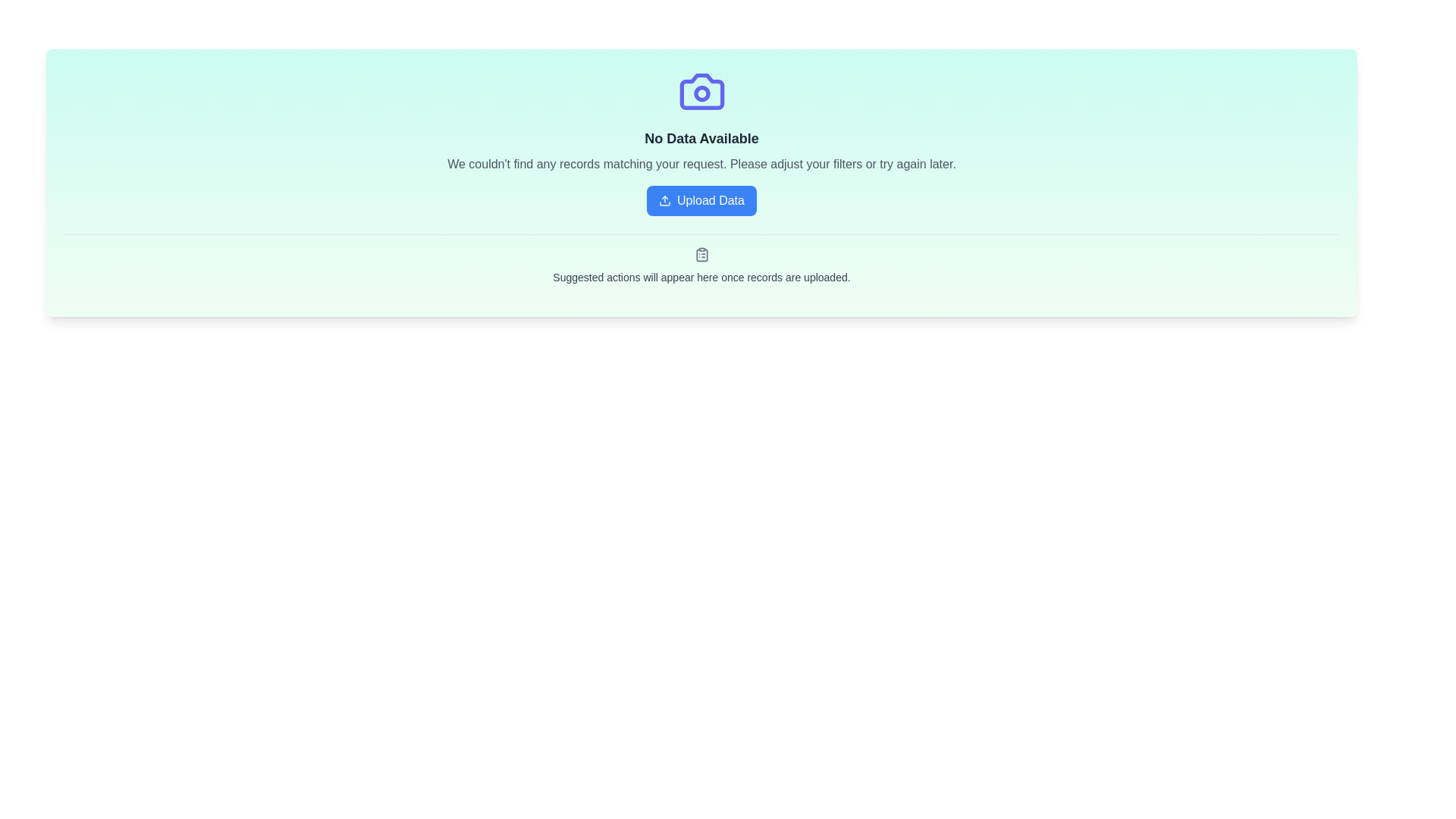 The height and width of the screenshot is (819, 1456). What do you see at coordinates (701, 253) in the screenshot?
I see `the small clipboard icon, which is light gray and rounded, located above the message 'Suggested actions will appear here once records are uploaded.'` at bounding box center [701, 253].